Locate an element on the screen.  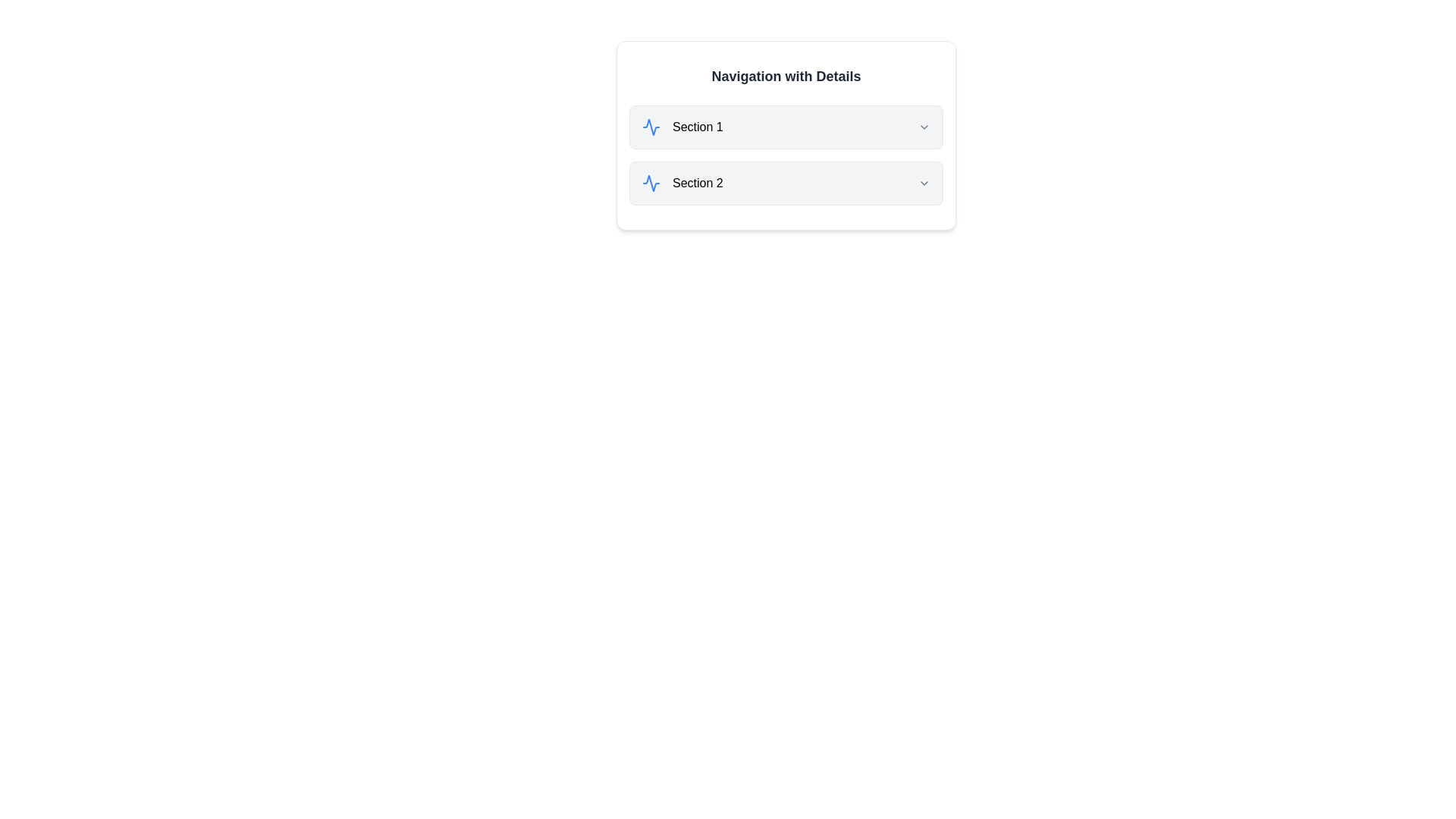
the downward-pointing chevron icon on the rightmost side of 'Section 1' is located at coordinates (924, 127).